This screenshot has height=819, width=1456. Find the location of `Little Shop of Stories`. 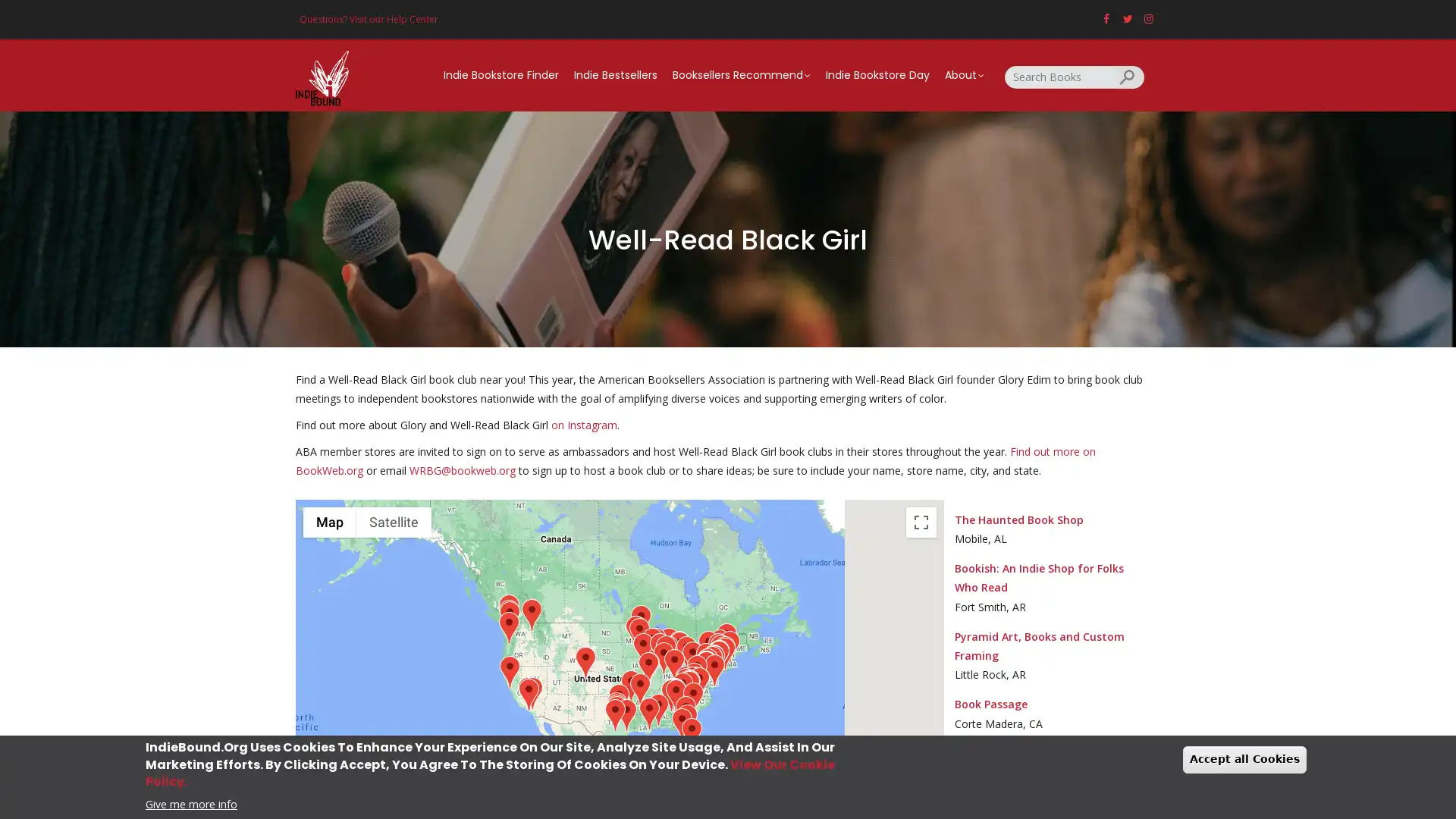

Little Shop of Stories is located at coordinates (673, 694).